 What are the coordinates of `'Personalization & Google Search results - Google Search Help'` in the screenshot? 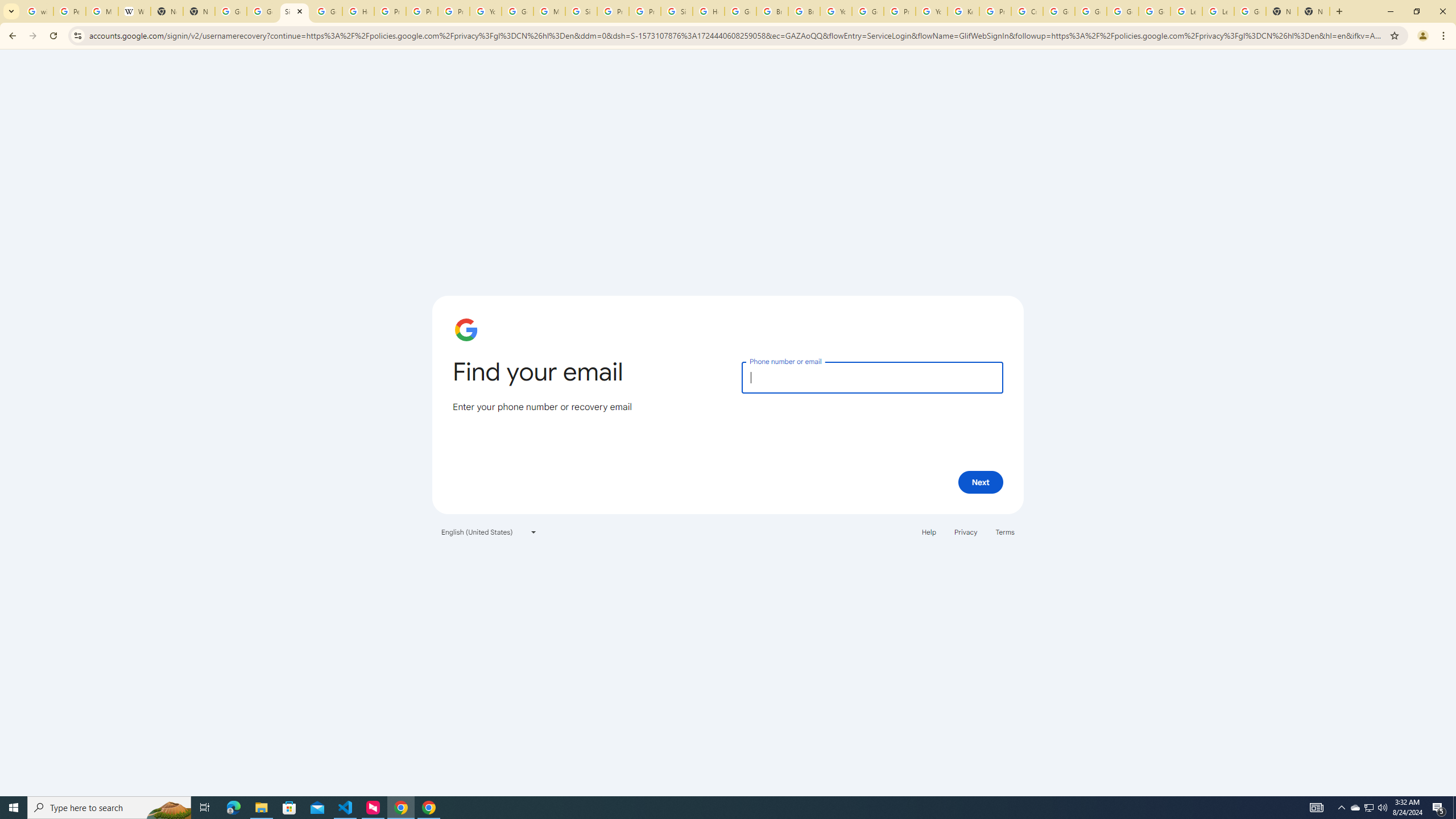 It's located at (69, 11).